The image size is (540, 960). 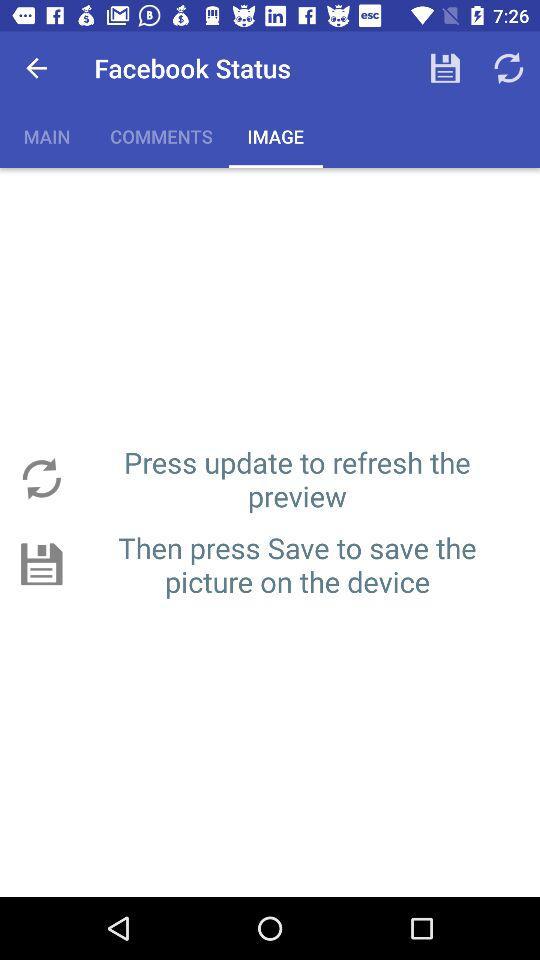 I want to click on the icon above the main item, so click(x=36, y=68).